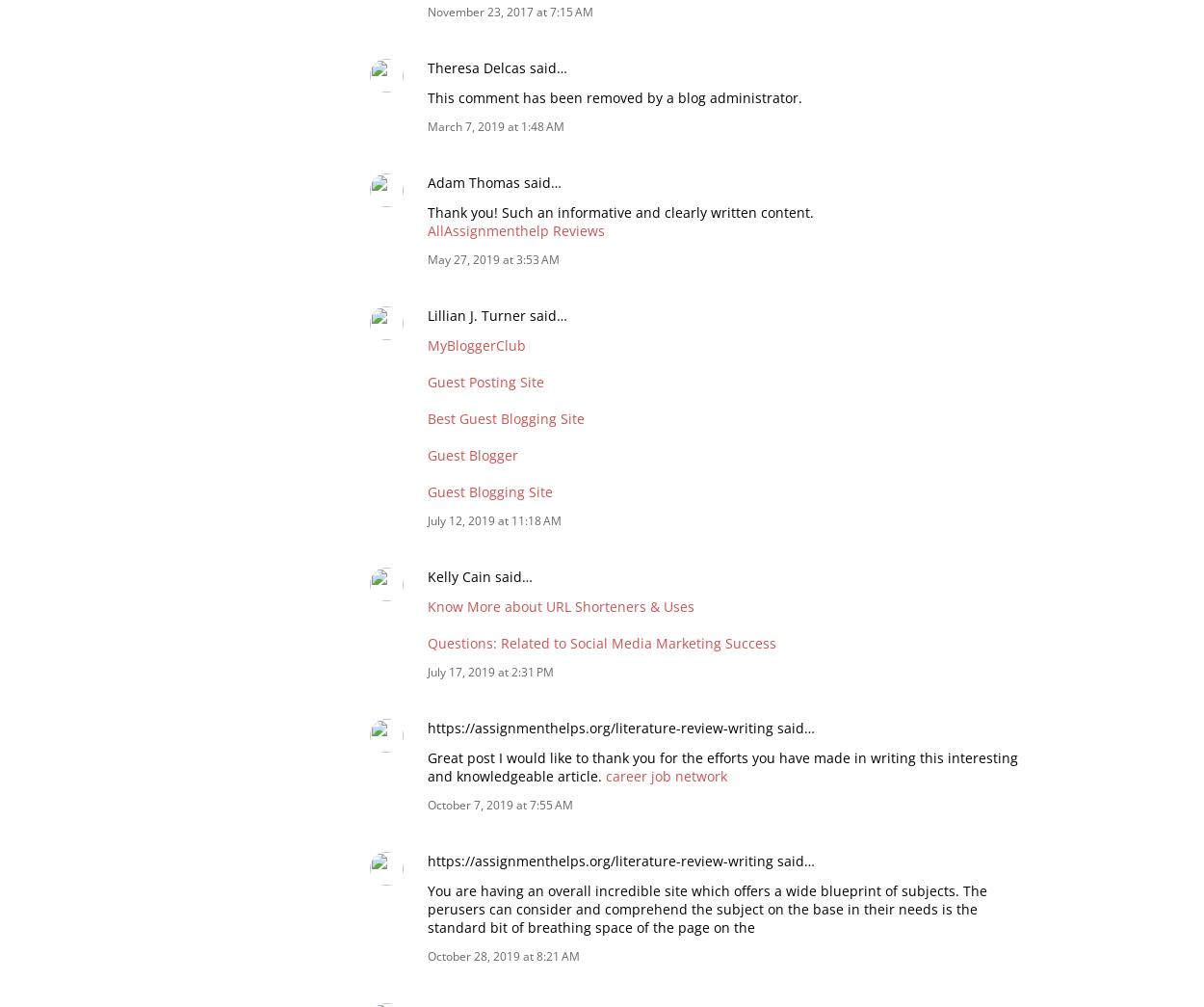 This screenshot has width=1204, height=1007. What do you see at coordinates (427, 642) in the screenshot?
I see `'Questions: Related to Social Media Marketing Success'` at bounding box center [427, 642].